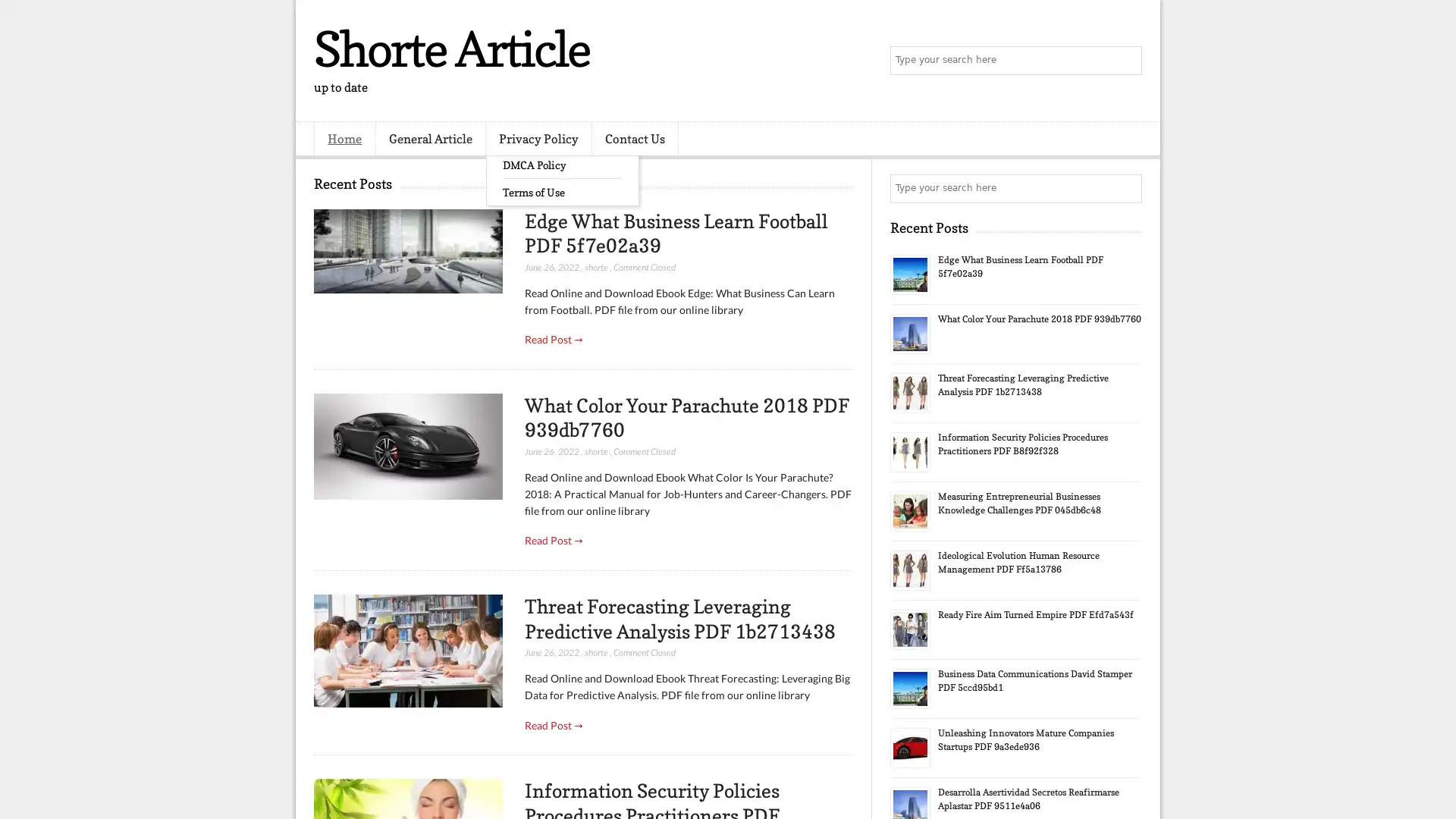  I want to click on Search, so click(1126, 61).